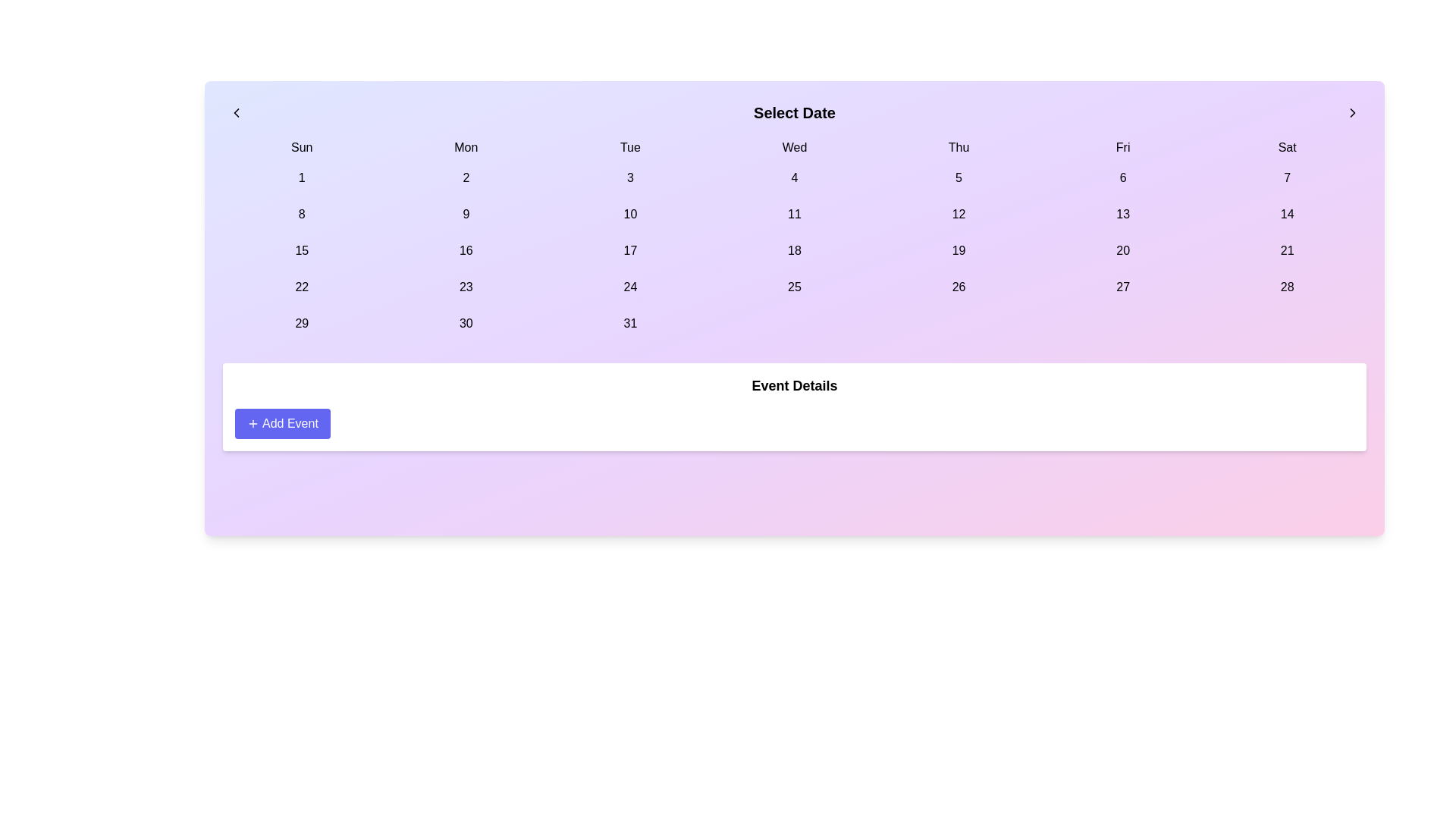 The width and height of the screenshot is (1456, 819). I want to click on the button located within the 'Event Details' card, so click(282, 424).